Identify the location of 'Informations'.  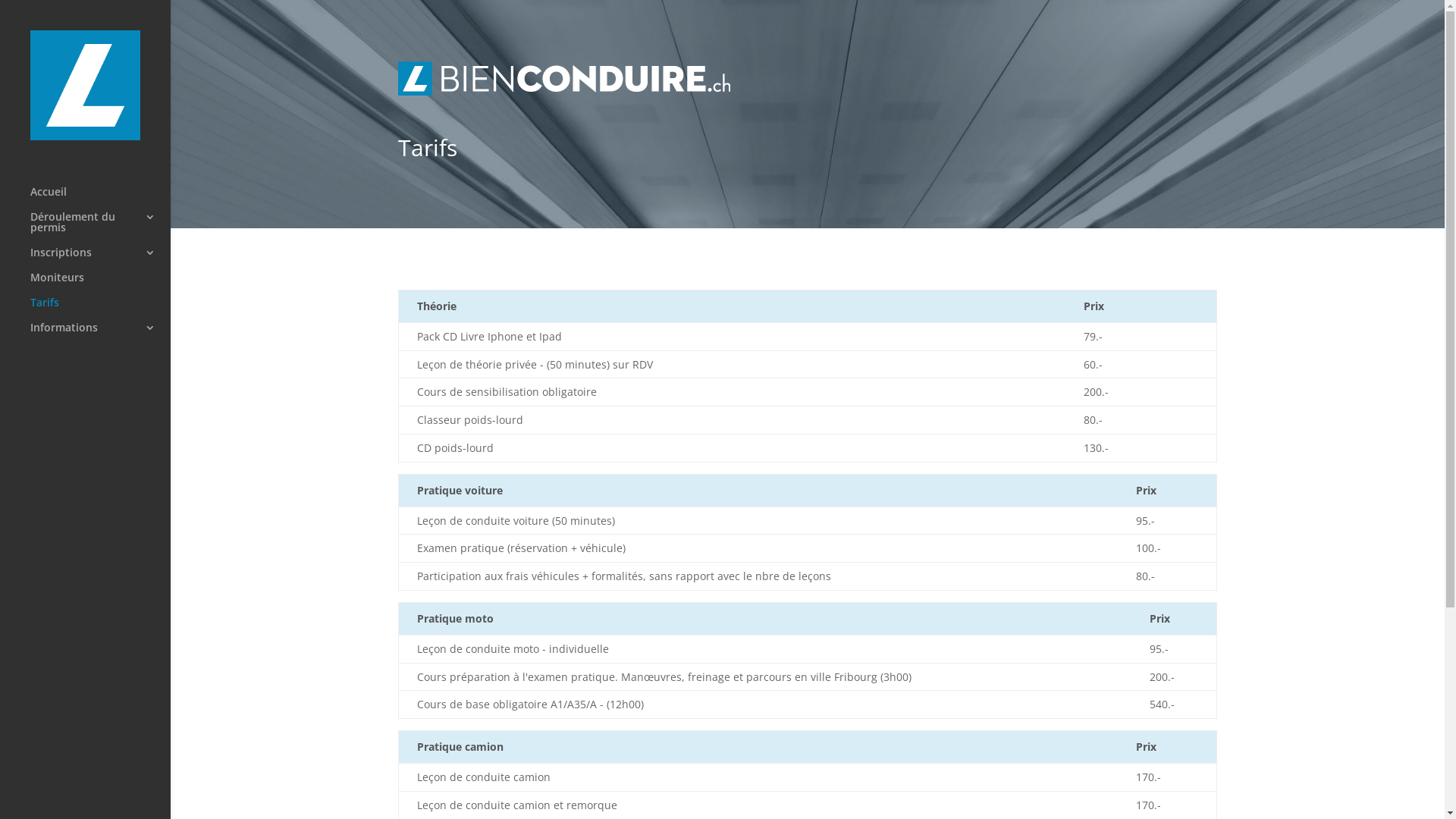
(99, 334).